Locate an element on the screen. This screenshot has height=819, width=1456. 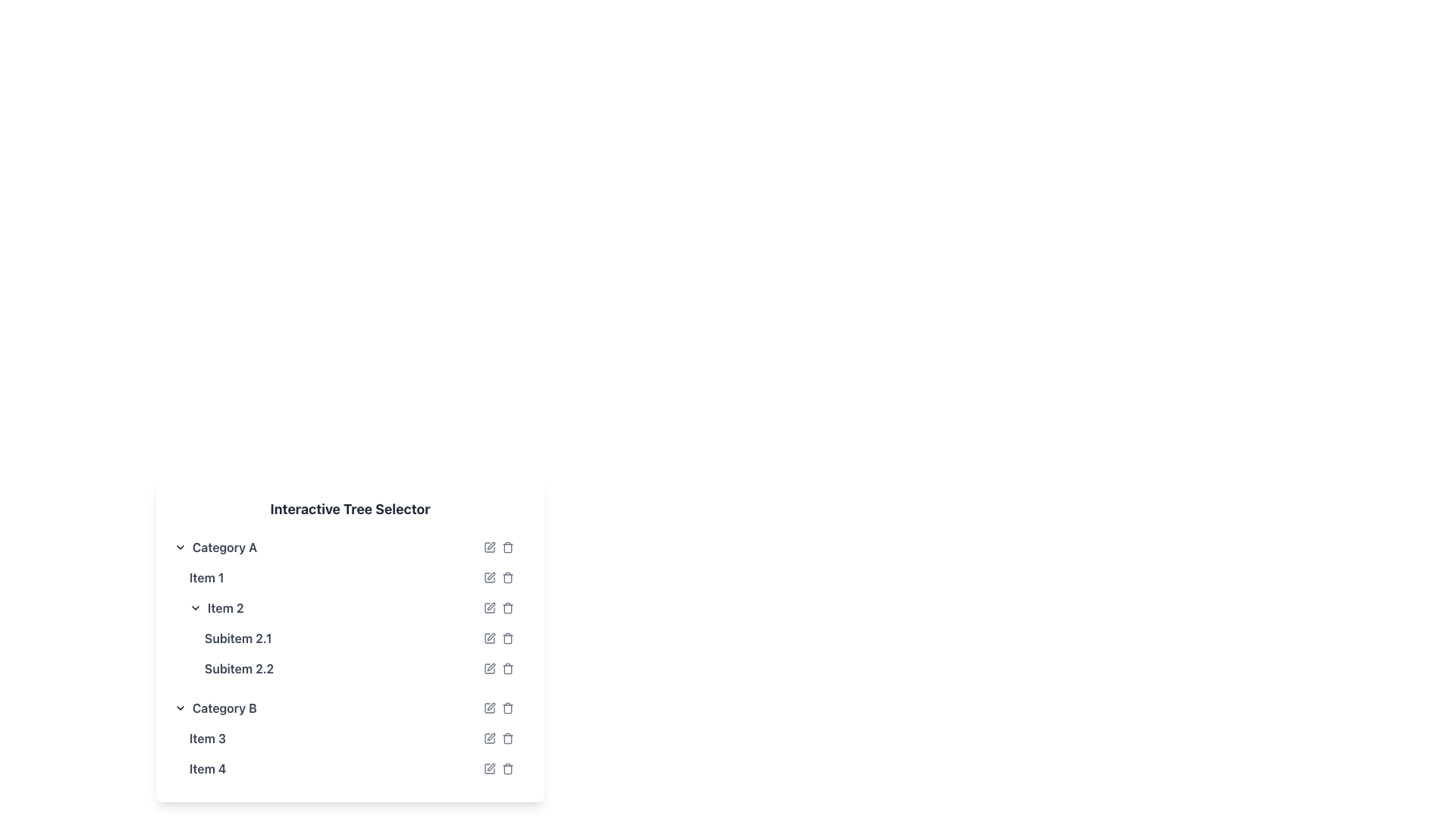
the editing icon associated with 'Category B' in the tree selector menu, which signifies the ability to modify this category is located at coordinates (491, 707).